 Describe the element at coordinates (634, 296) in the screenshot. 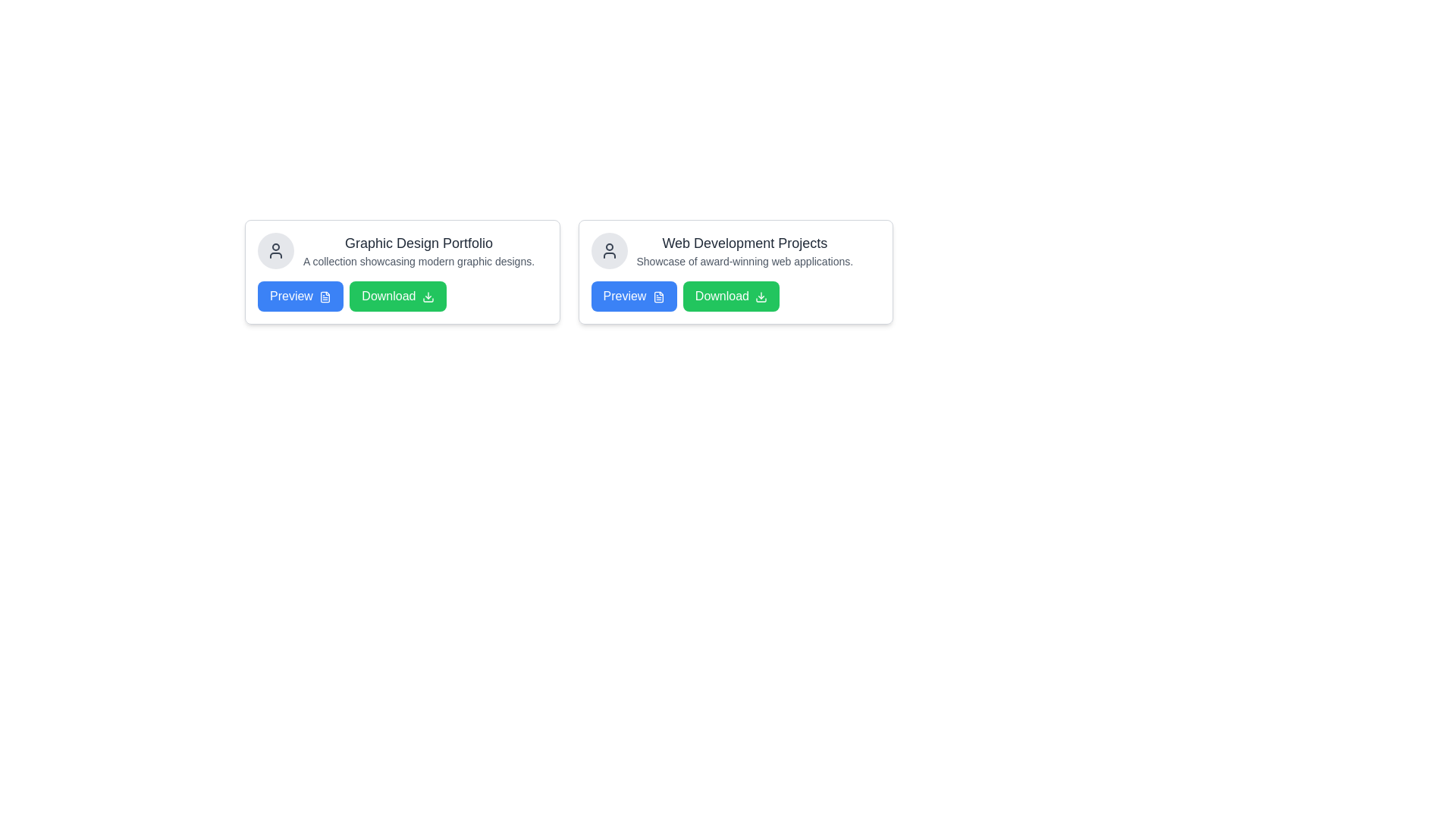

I see `the preview button located to the left of the green 'Download' button in the 'Web Development Projects' section to observe the hover effect` at that location.